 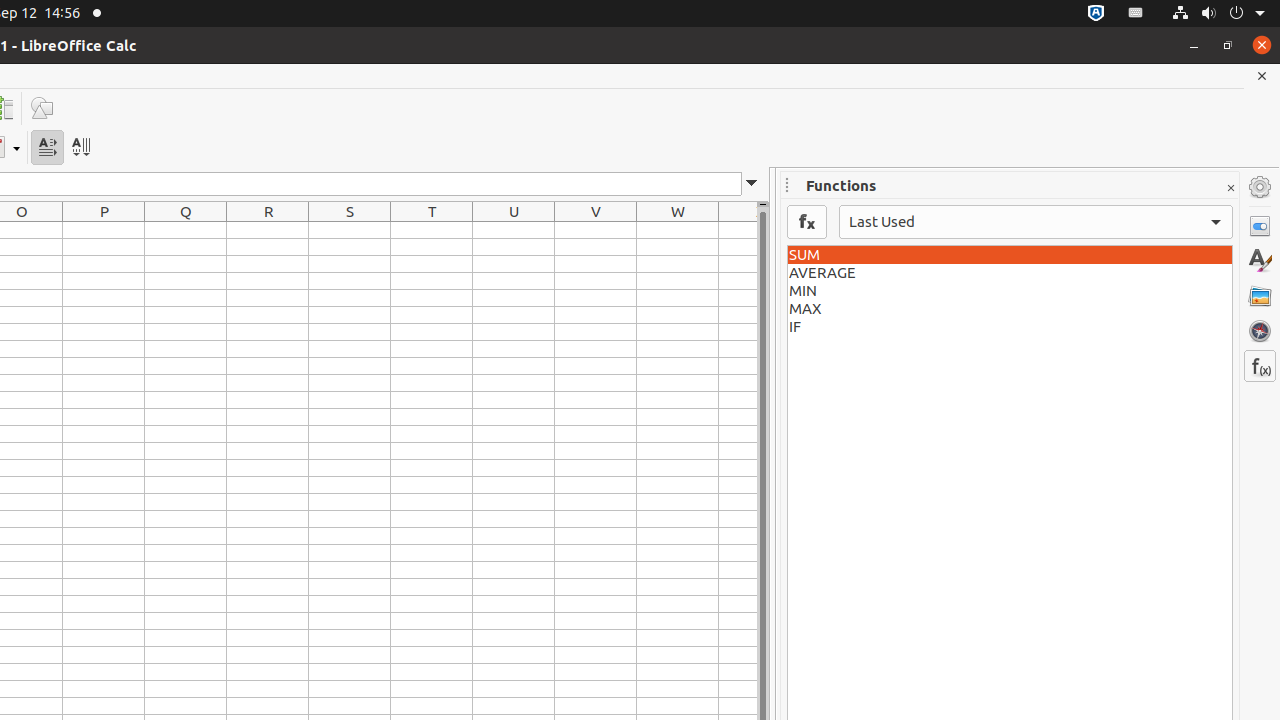 I want to click on 'V1', so click(x=594, y=229).